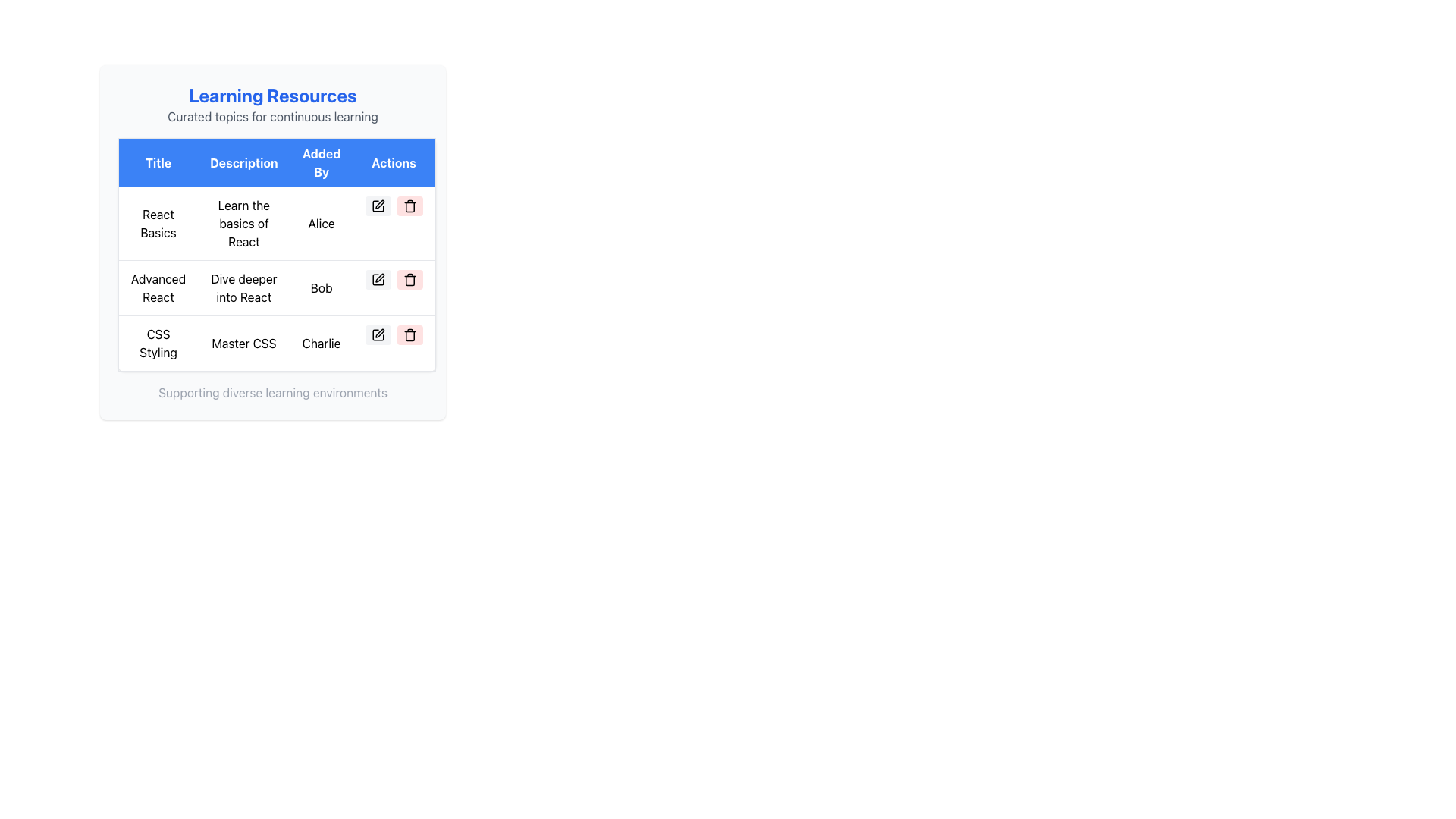 Image resolution: width=1456 pixels, height=819 pixels. I want to click on the edit button icon in the third row of the table under the 'Actions' column for the 'CSS Styling' entry, so click(378, 334).